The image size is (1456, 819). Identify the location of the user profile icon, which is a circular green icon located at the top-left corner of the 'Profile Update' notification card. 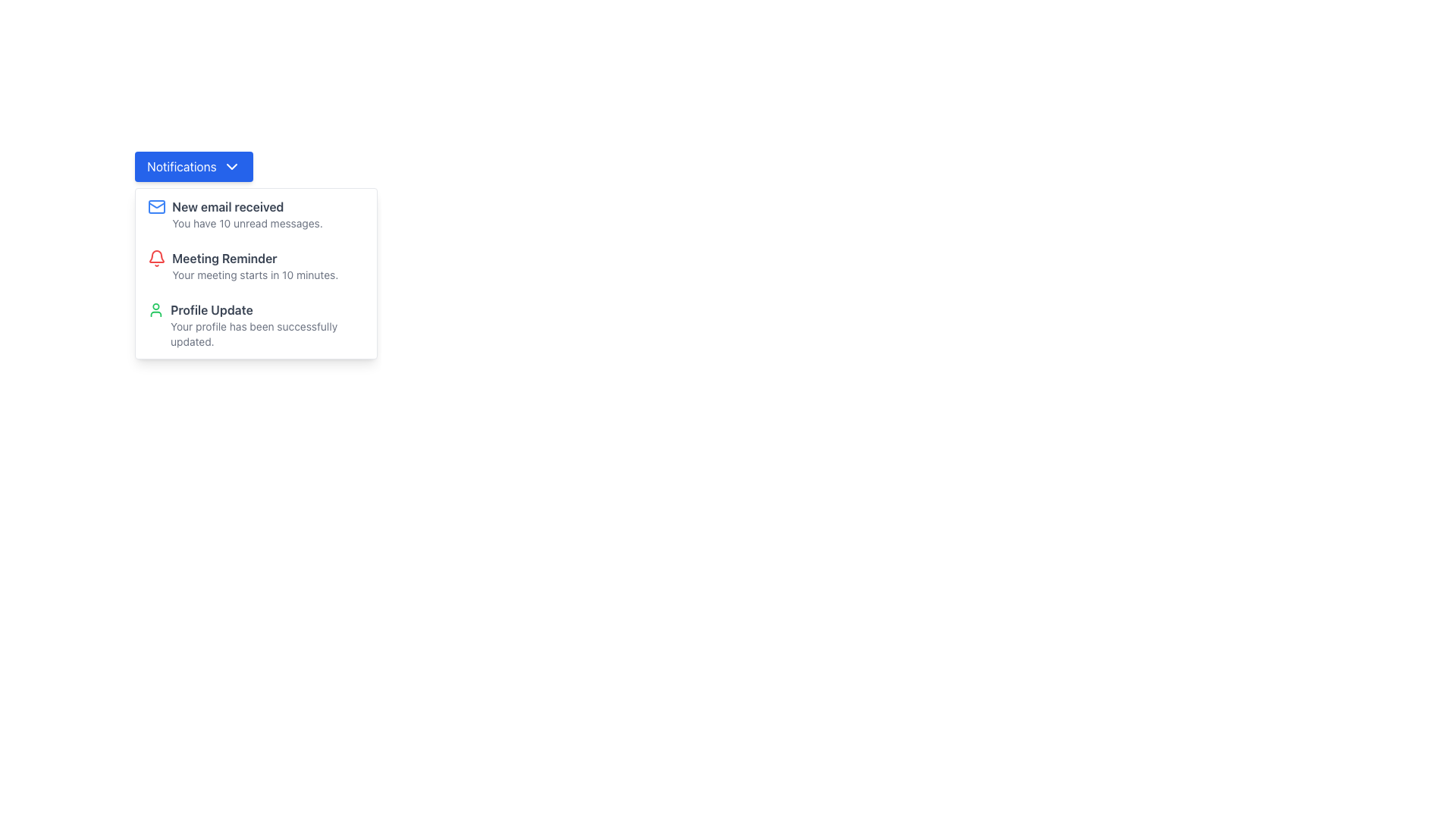
(156, 309).